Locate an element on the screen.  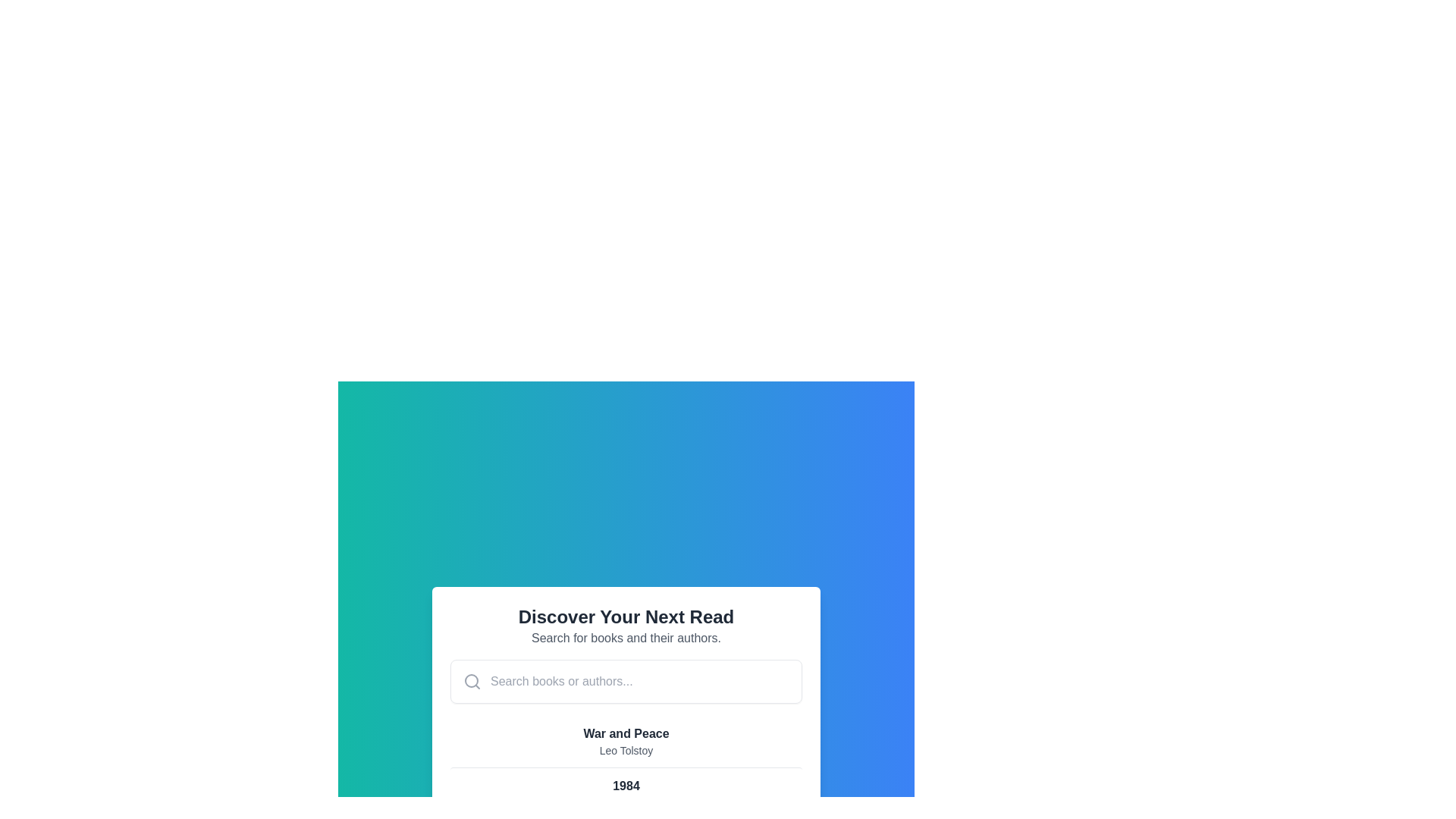
the bold text label displaying the number '1984', which is positioned below 'War and Peace' and above 'George Orwell' is located at coordinates (626, 786).